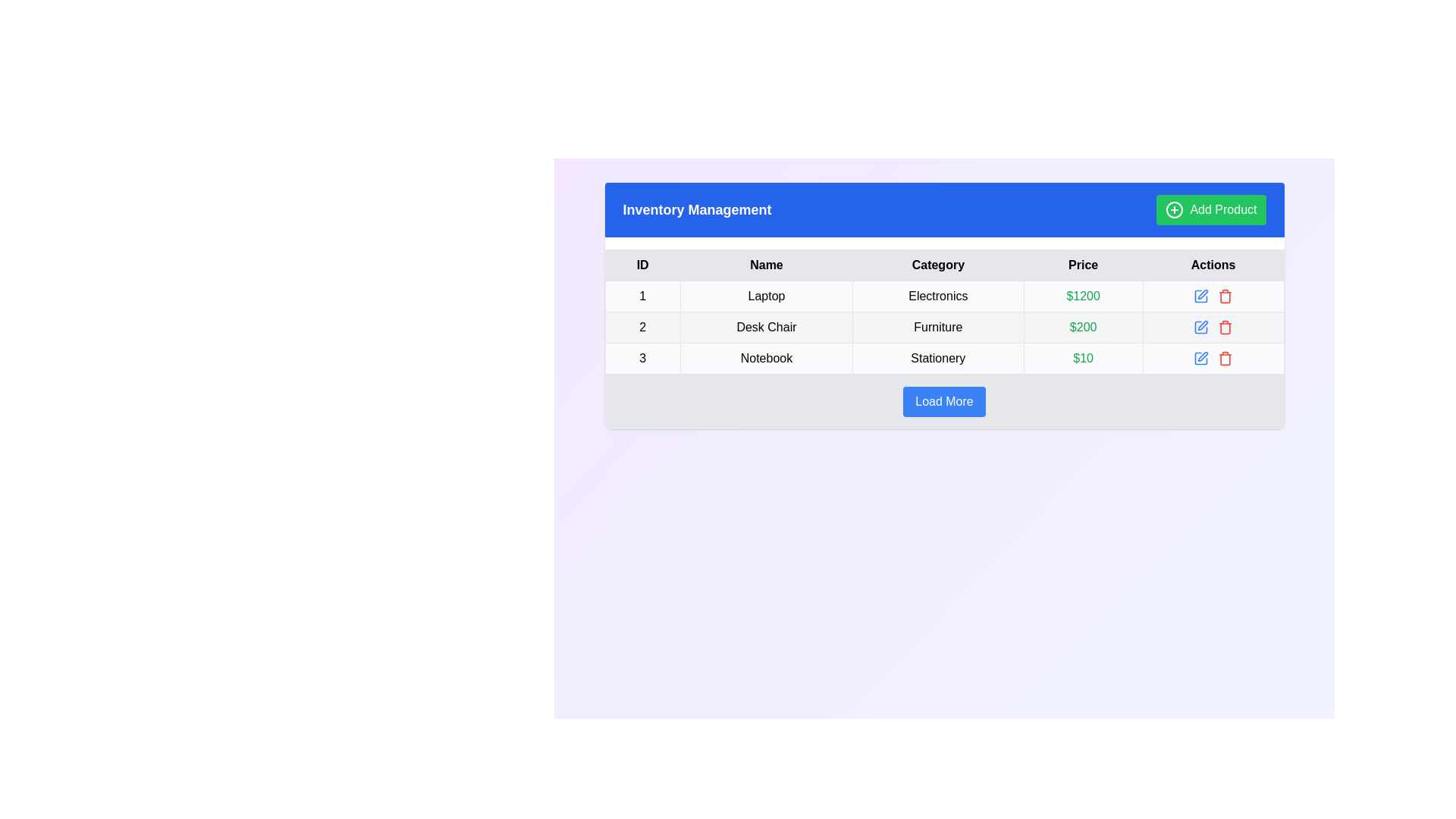  What do you see at coordinates (1213, 359) in the screenshot?
I see `the interactive elements in the last cell of the row with ID 3, which contains action buttons for editing or deleting entries` at bounding box center [1213, 359].